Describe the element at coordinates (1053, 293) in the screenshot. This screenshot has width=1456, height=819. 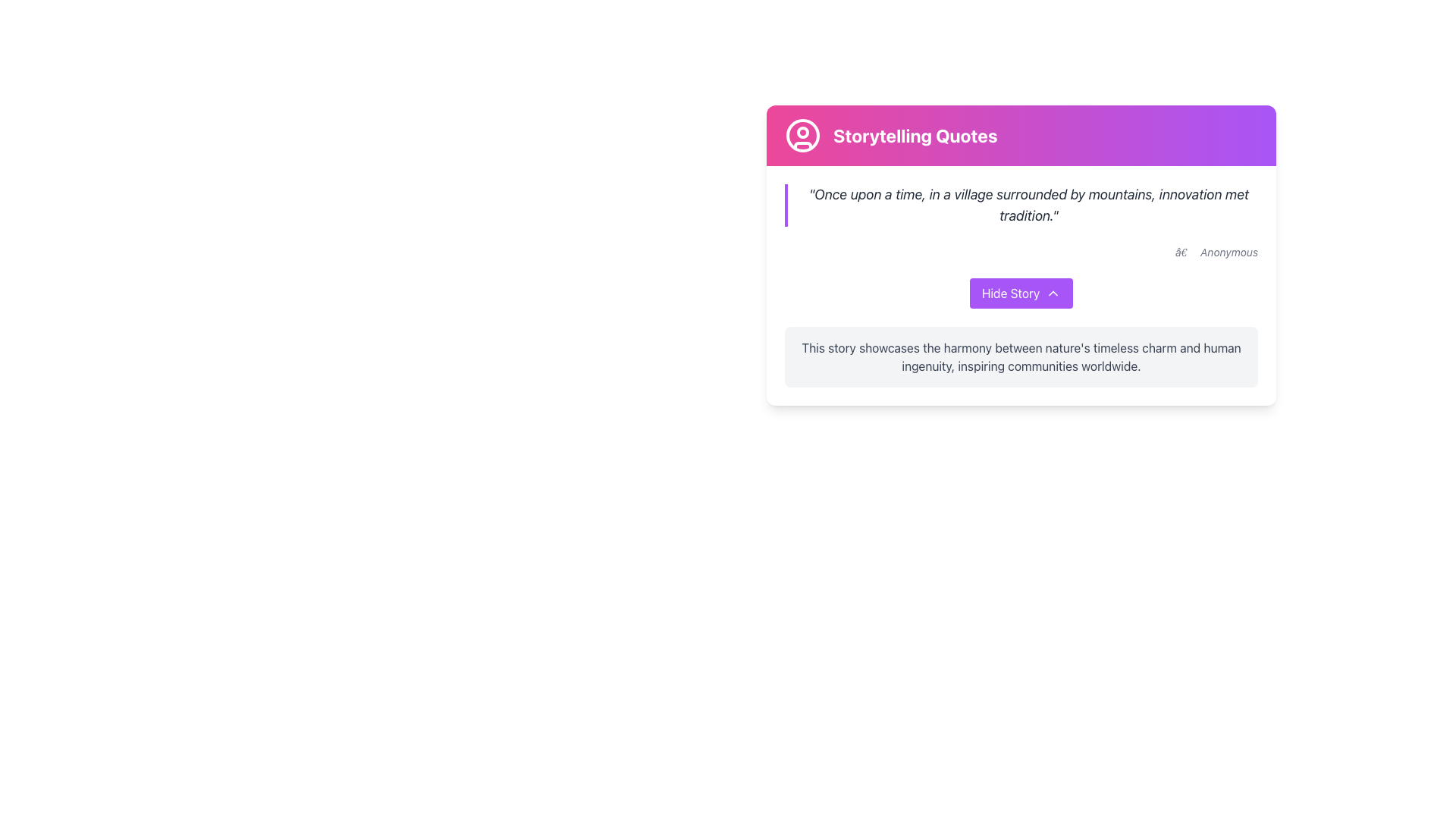
I see `the collapsible/expandable icon located inside the purple button labeled 'Hide Story'` at that location.